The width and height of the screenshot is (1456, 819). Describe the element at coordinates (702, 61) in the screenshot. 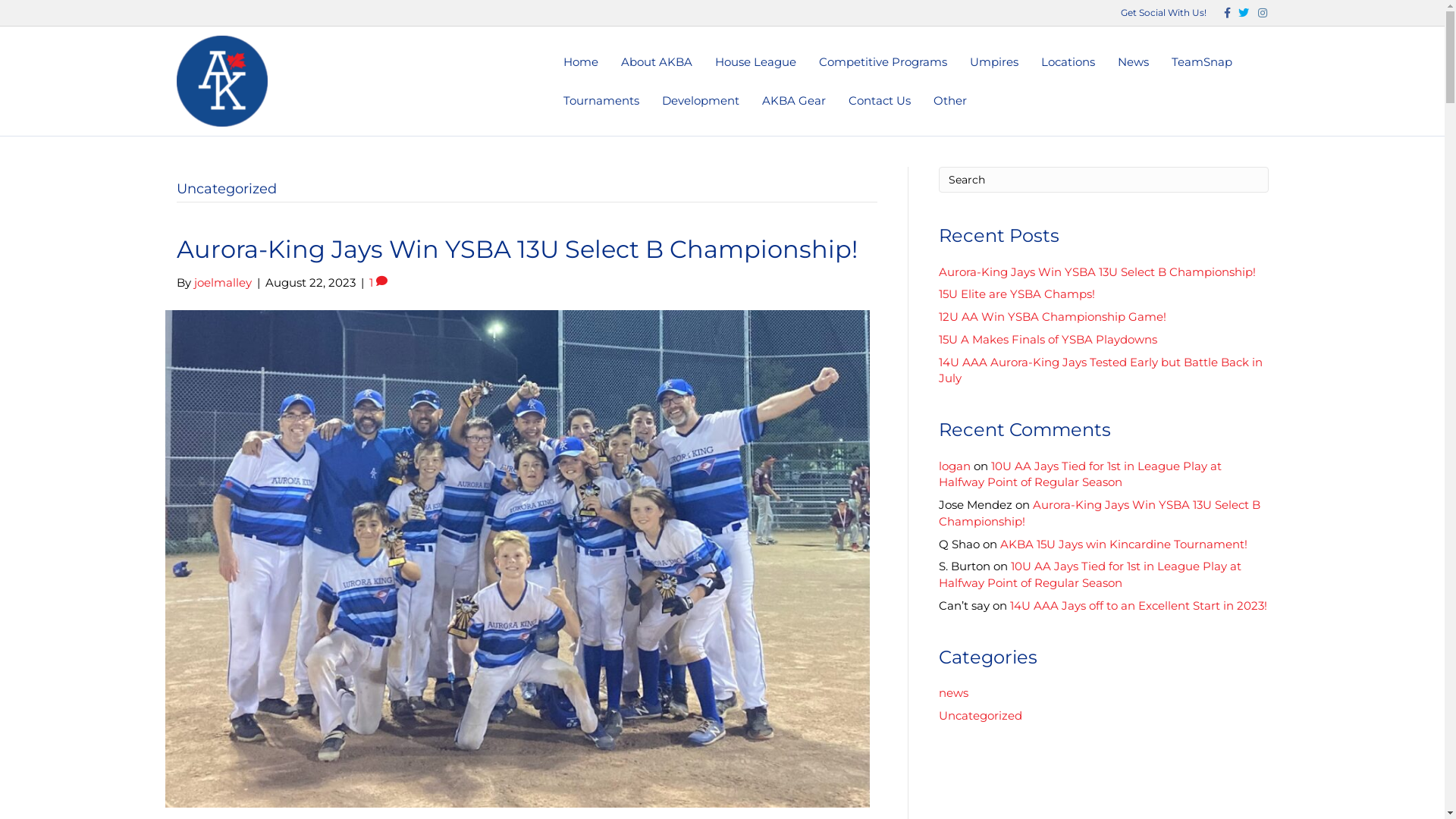

I see `'House League'` at that location.